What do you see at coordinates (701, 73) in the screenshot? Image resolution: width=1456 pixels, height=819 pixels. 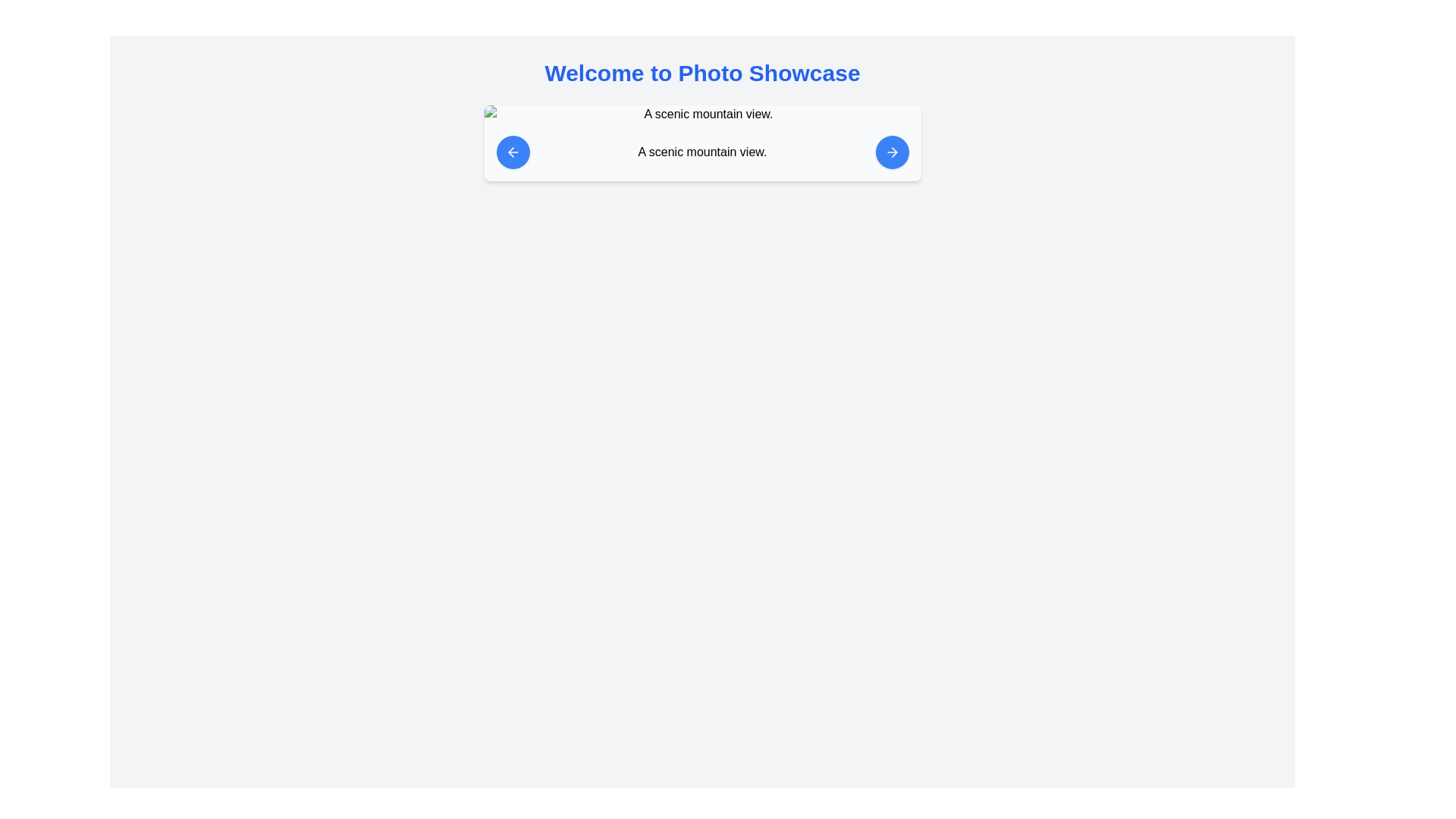 I see `the bold, large-sized header with blue text reading 'Welcome to Photo Showcase', which is positioned at the top center of the interface` at bounding box center [701, 73].